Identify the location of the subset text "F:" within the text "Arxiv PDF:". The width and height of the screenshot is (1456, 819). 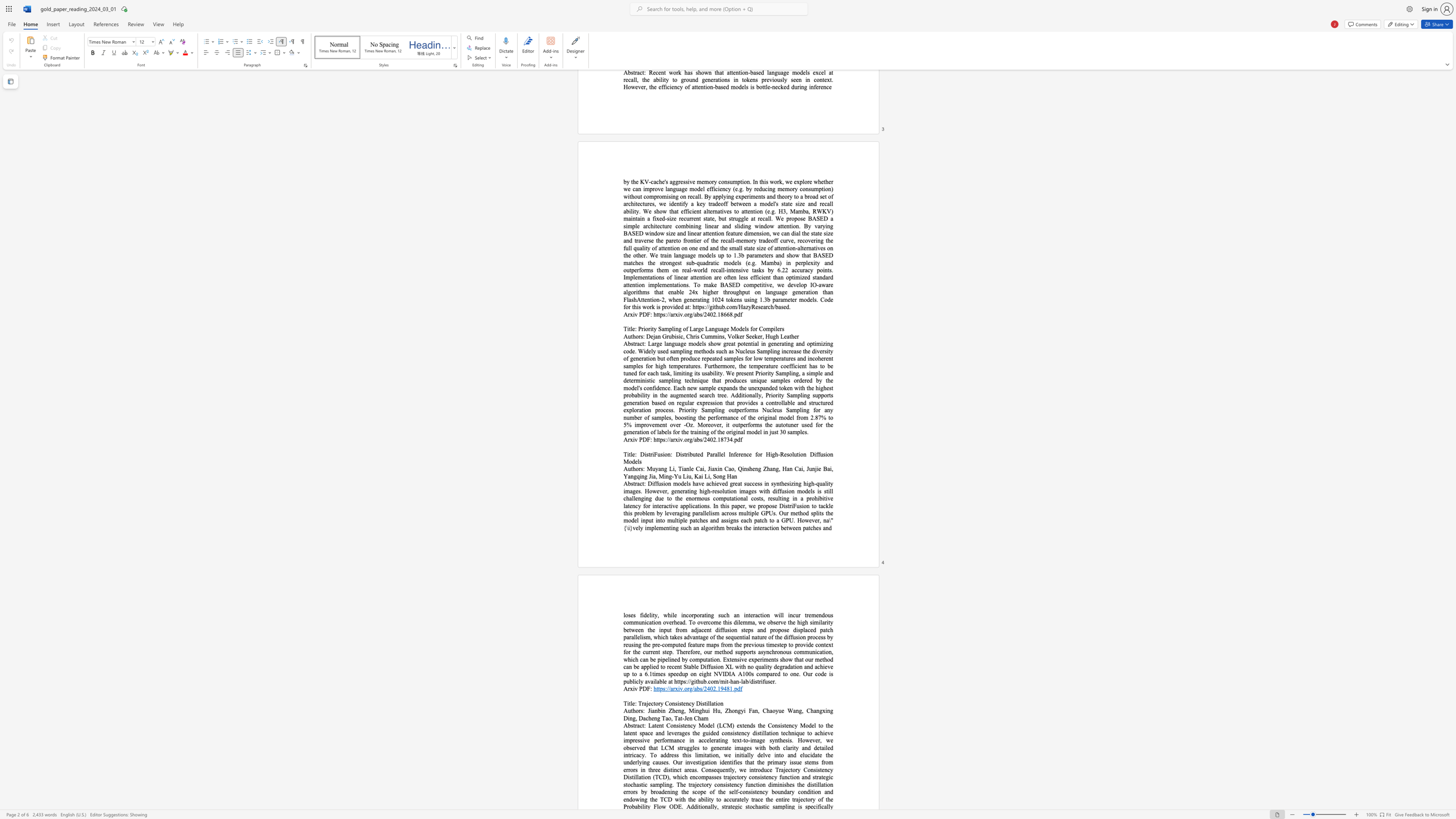
(647, 439).